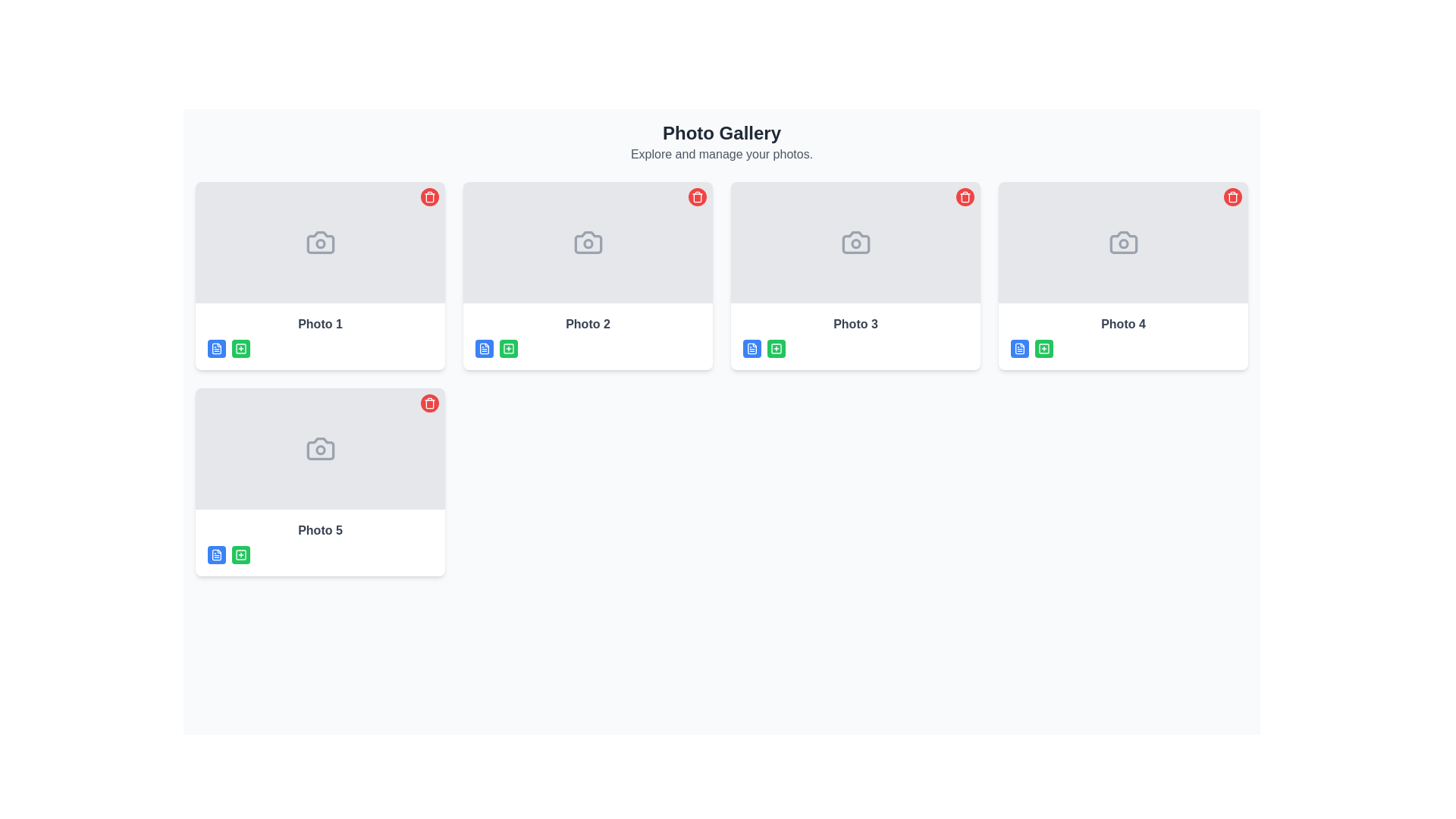 The image size is (1456, 819). What do you see at coordinates (483, 348) in the screenshot?
I see `the button located at the bottom-left corner of the card labeled 'Photo 2' to potentially display a tooltip` at bounding box center [483, 348].